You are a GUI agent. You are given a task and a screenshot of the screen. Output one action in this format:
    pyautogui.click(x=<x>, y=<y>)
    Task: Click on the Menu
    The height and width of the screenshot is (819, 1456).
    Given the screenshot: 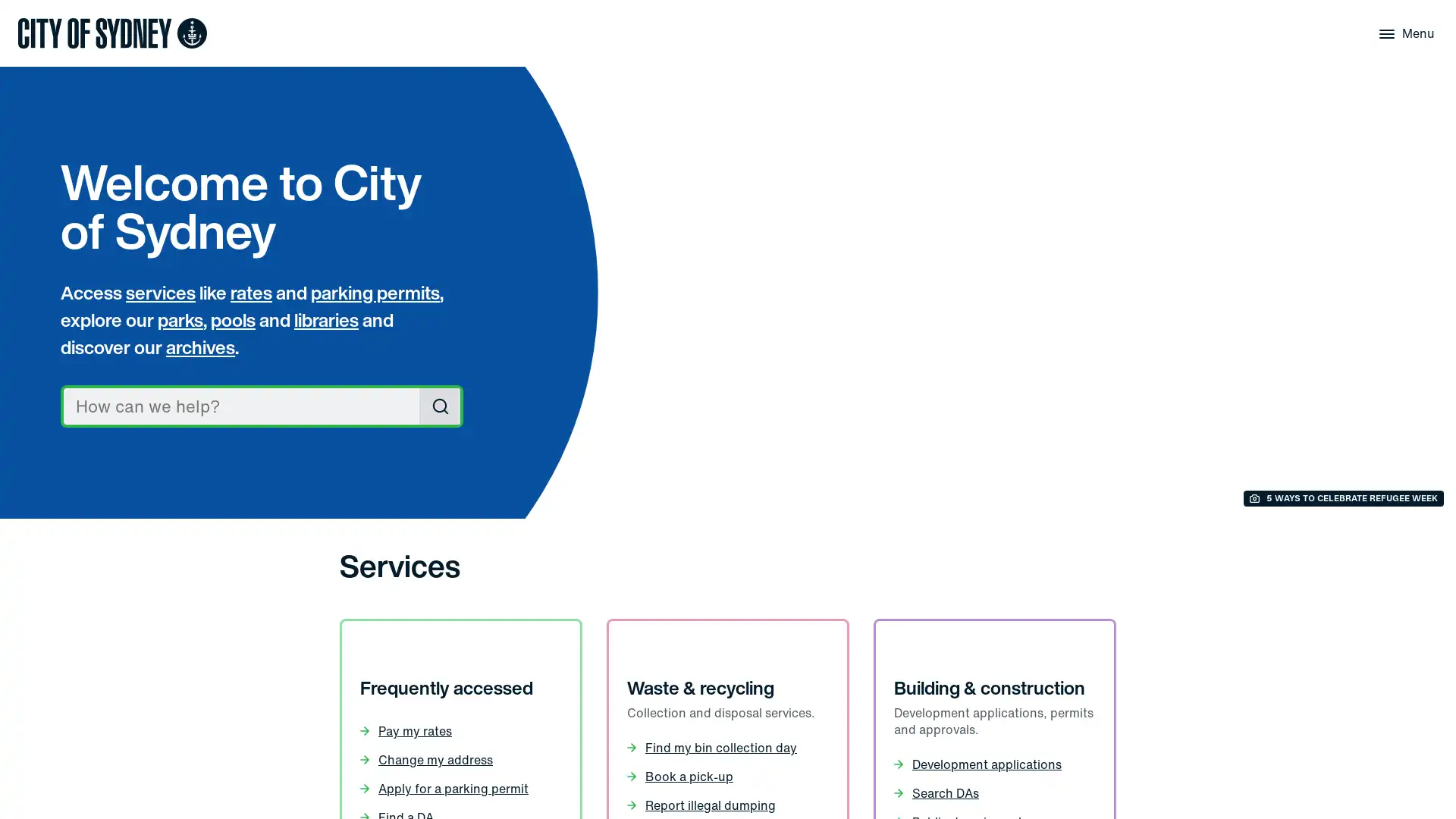 What is the action you would take?
    pyautogui.click(x=1404, y=33)
    